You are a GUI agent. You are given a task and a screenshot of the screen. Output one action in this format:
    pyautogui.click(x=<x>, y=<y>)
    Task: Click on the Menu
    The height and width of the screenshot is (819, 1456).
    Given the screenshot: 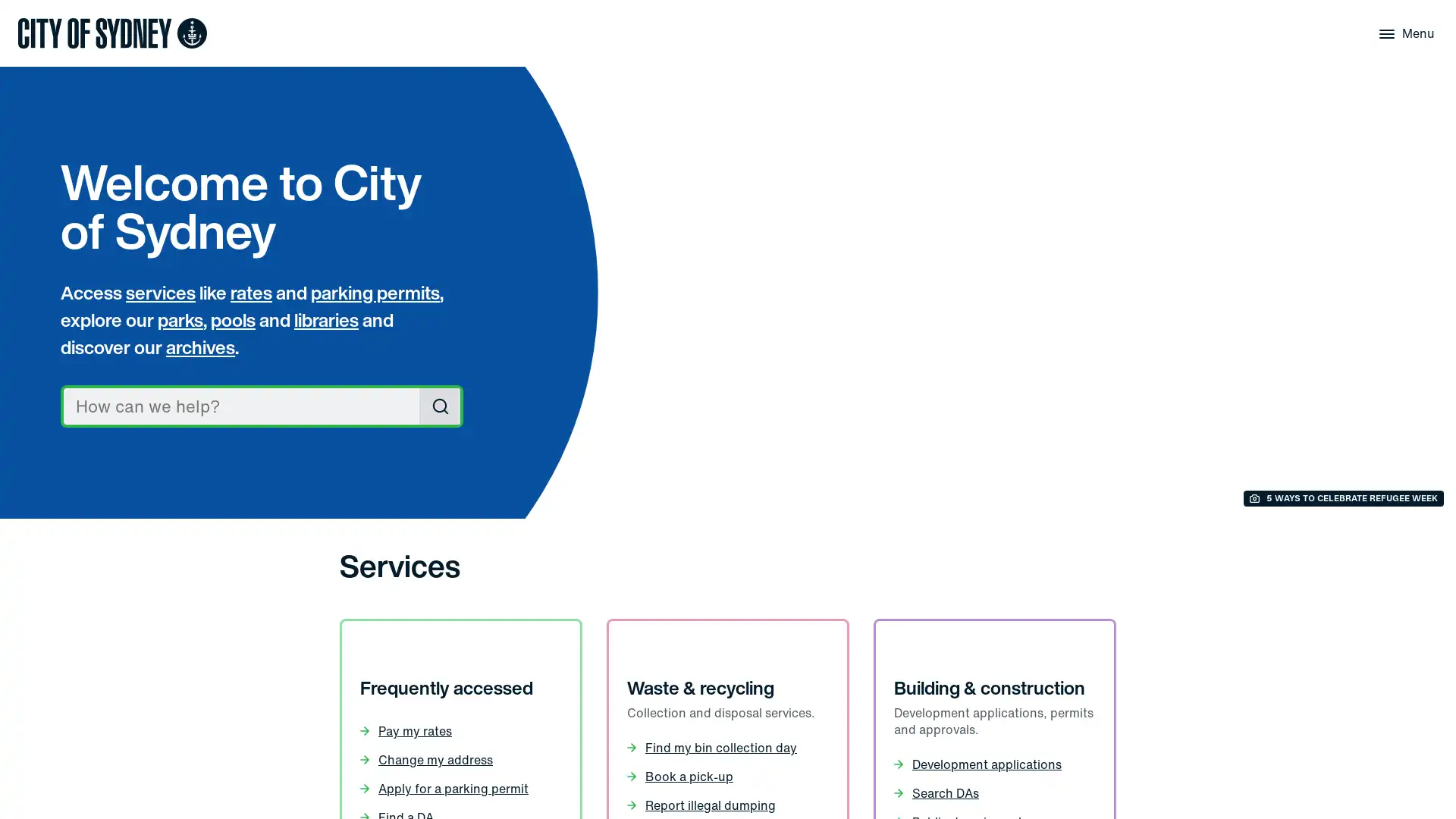 What is the action you would take?
    pyautogui.click(x=1404, y=33)
    